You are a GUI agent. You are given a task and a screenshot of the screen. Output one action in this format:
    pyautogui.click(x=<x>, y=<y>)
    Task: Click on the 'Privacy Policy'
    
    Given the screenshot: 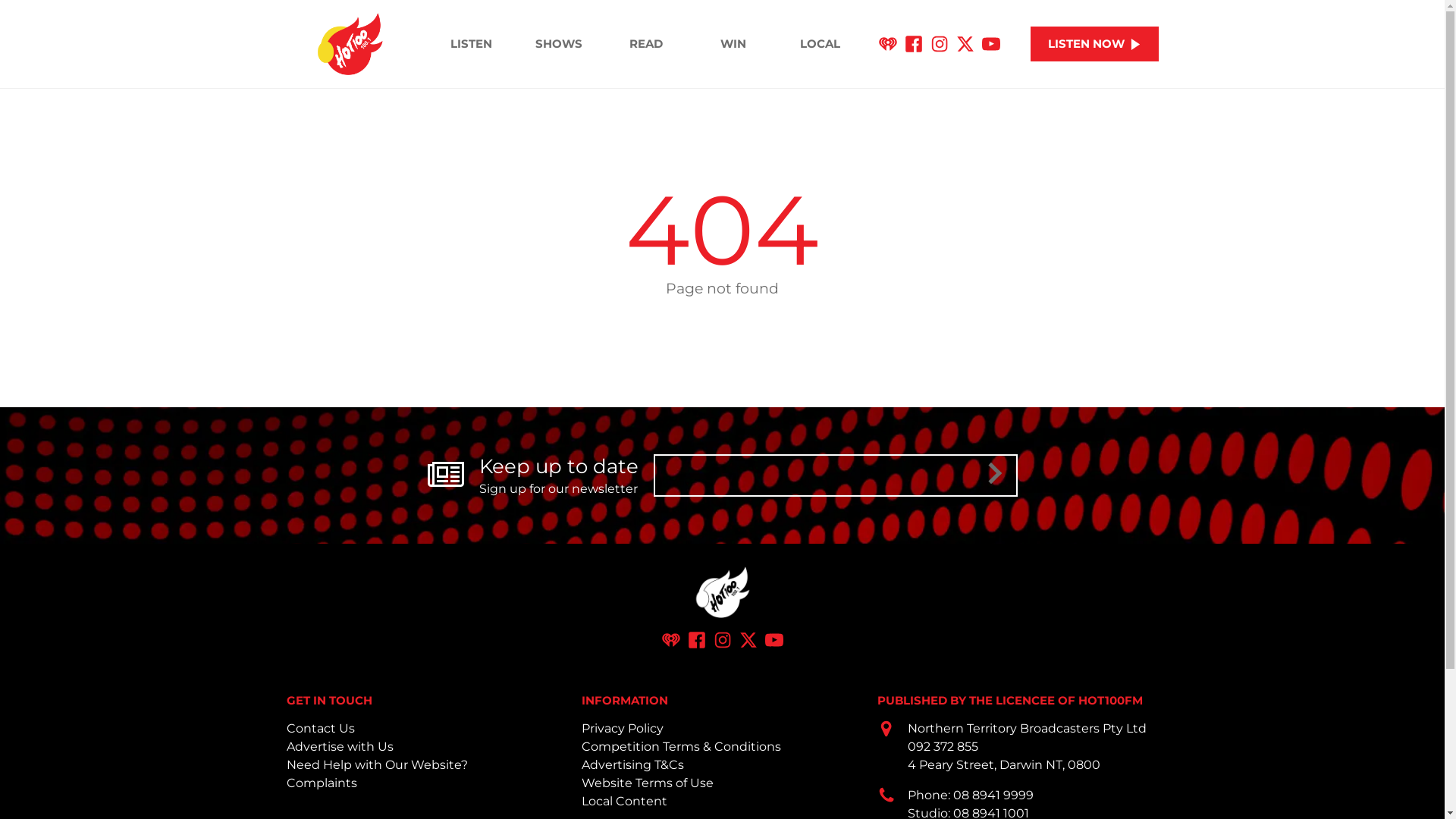 What is the action you would take?
    pyautogui.click(x=581, y=727)
    